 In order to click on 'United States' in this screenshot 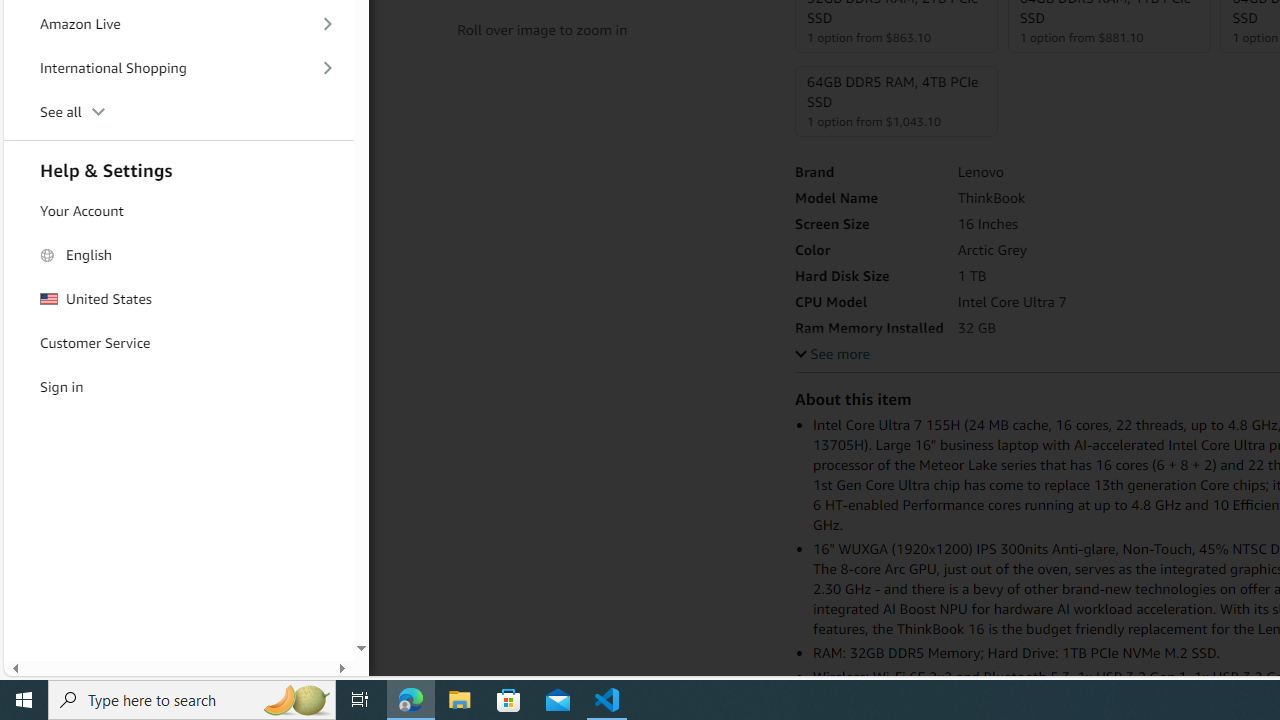, I will do `click(179, 299)`.